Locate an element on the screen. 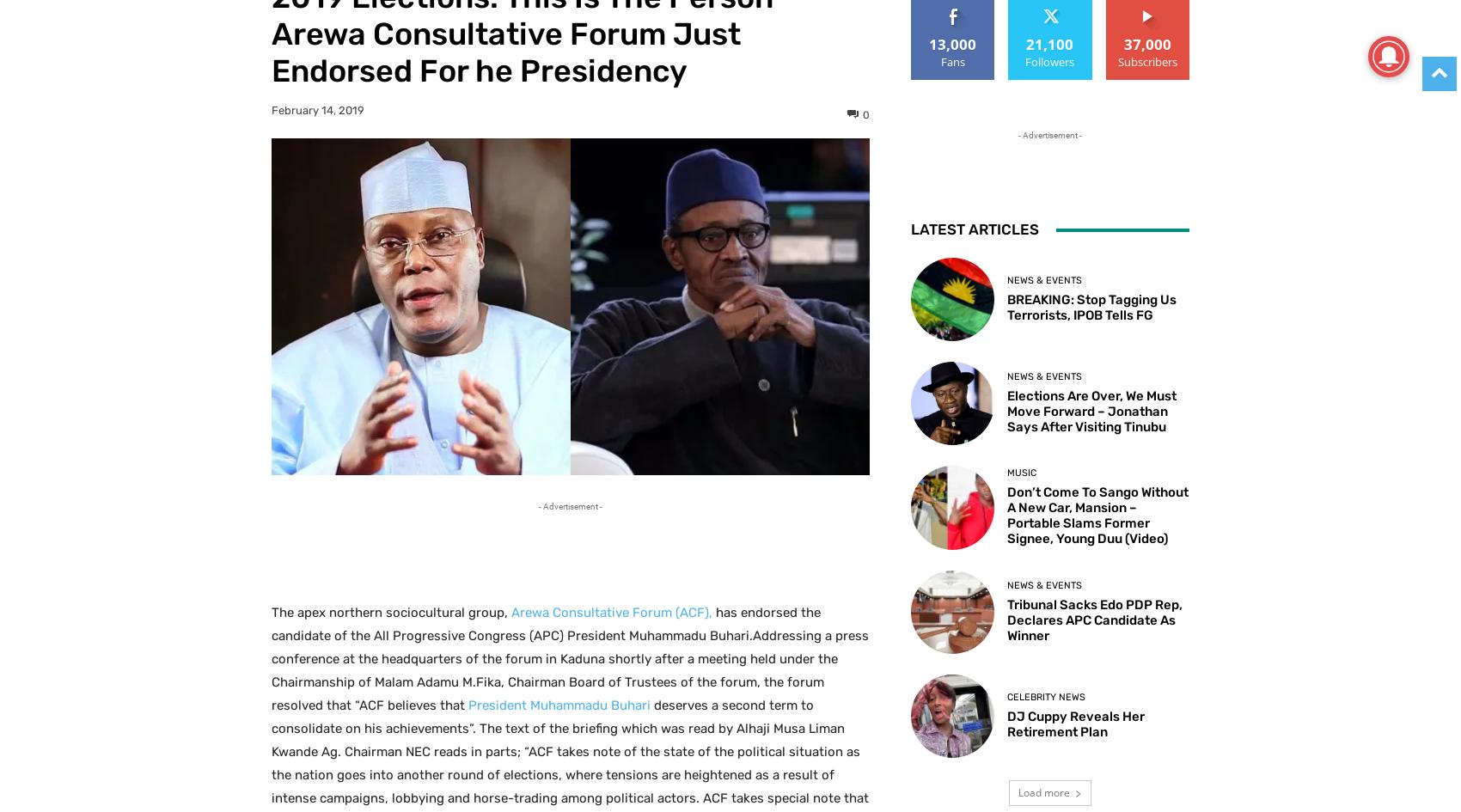  '21,100' is located at coordinates (1025, 44).